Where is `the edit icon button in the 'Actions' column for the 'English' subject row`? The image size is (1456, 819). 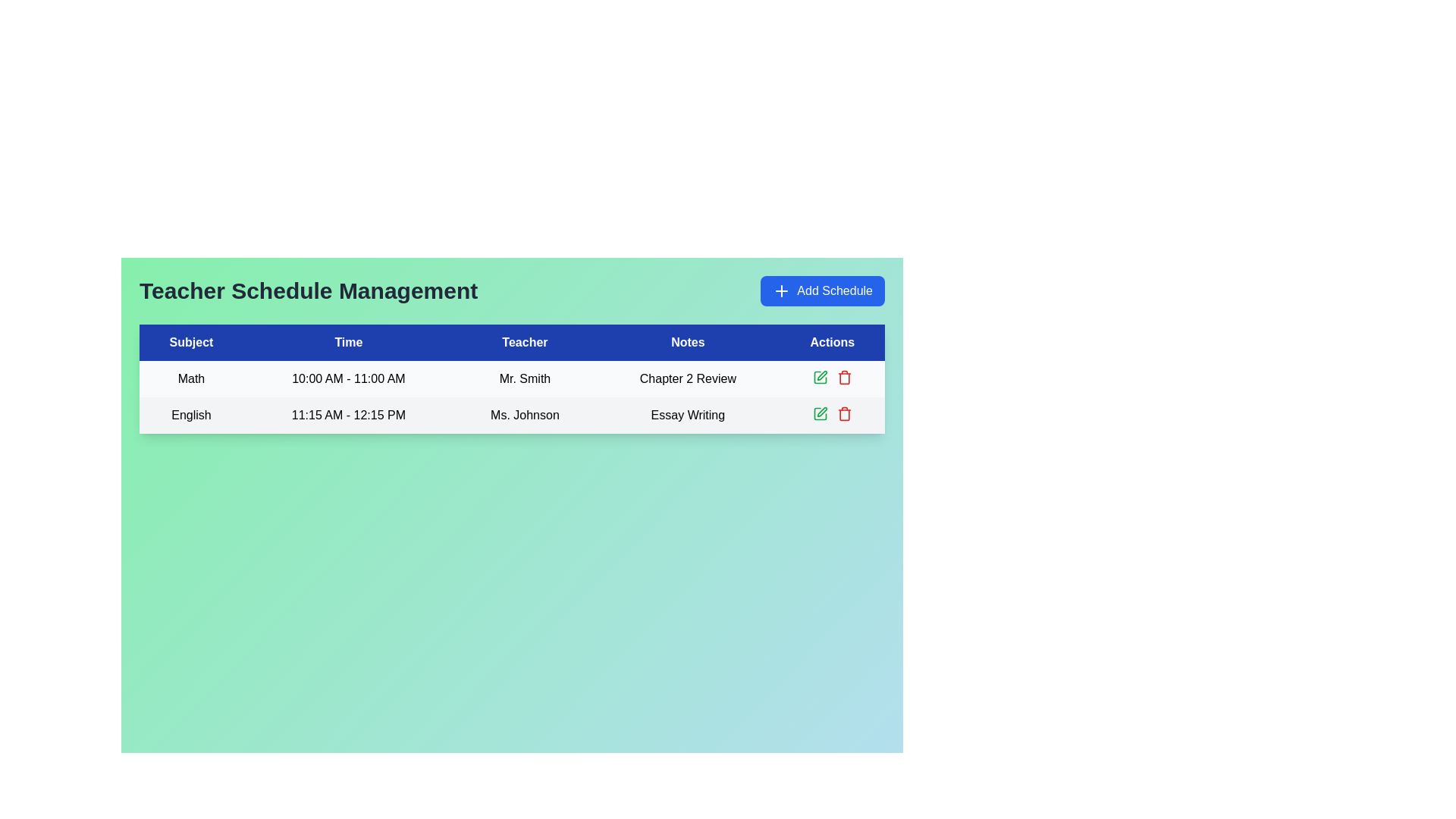 the edit icon button in the 'Actions' column for the 'English' subject row is located at coordinates (819, 414).